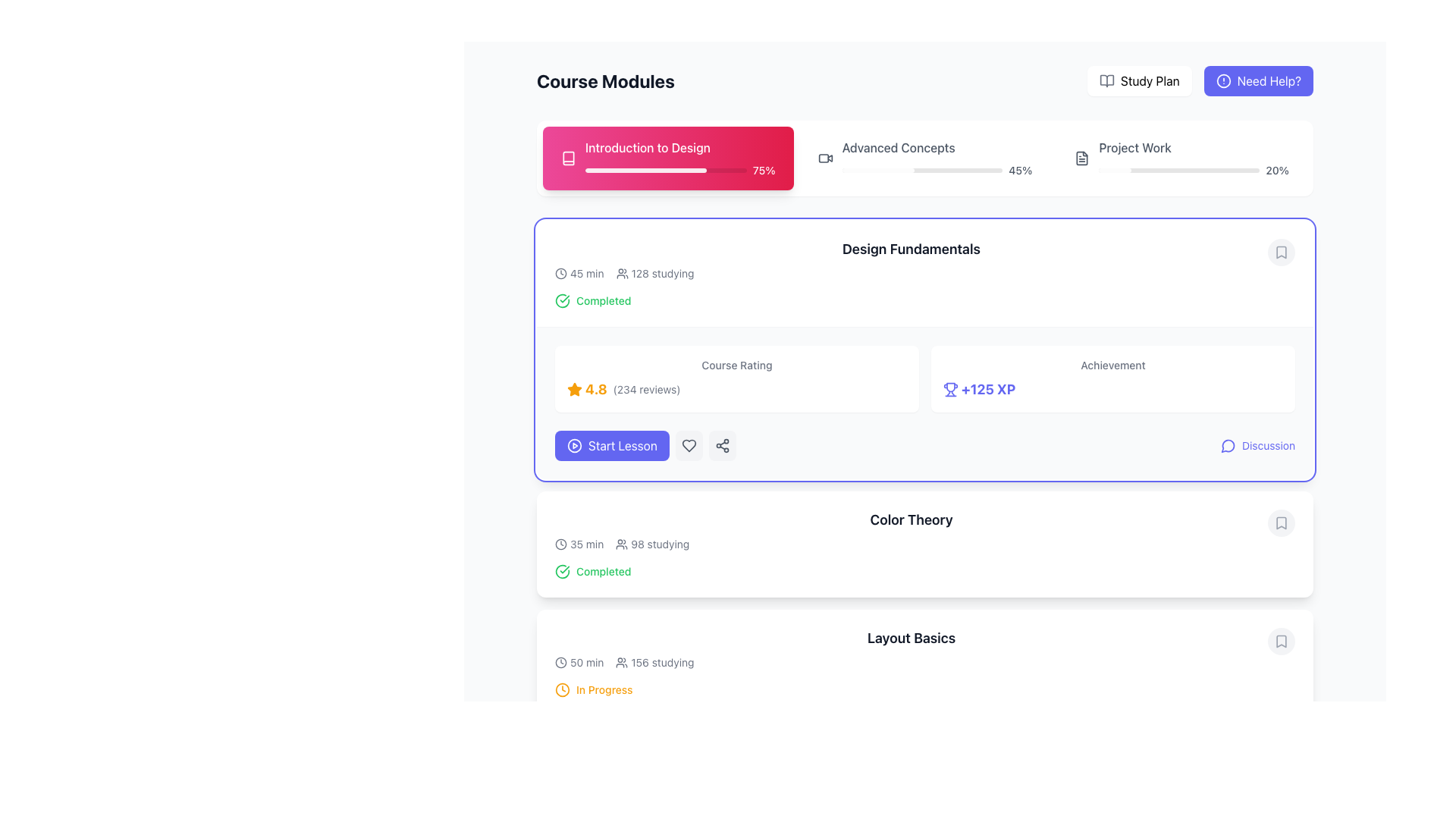 This screenshot has width=1456, height=819. What do you see at coordinates (645, 444) in the screenshot?
I see `the 'Start Lesson' button with a purple background and white text located in the 'Design Fundamentals' section` at bounding box center [645, 444].